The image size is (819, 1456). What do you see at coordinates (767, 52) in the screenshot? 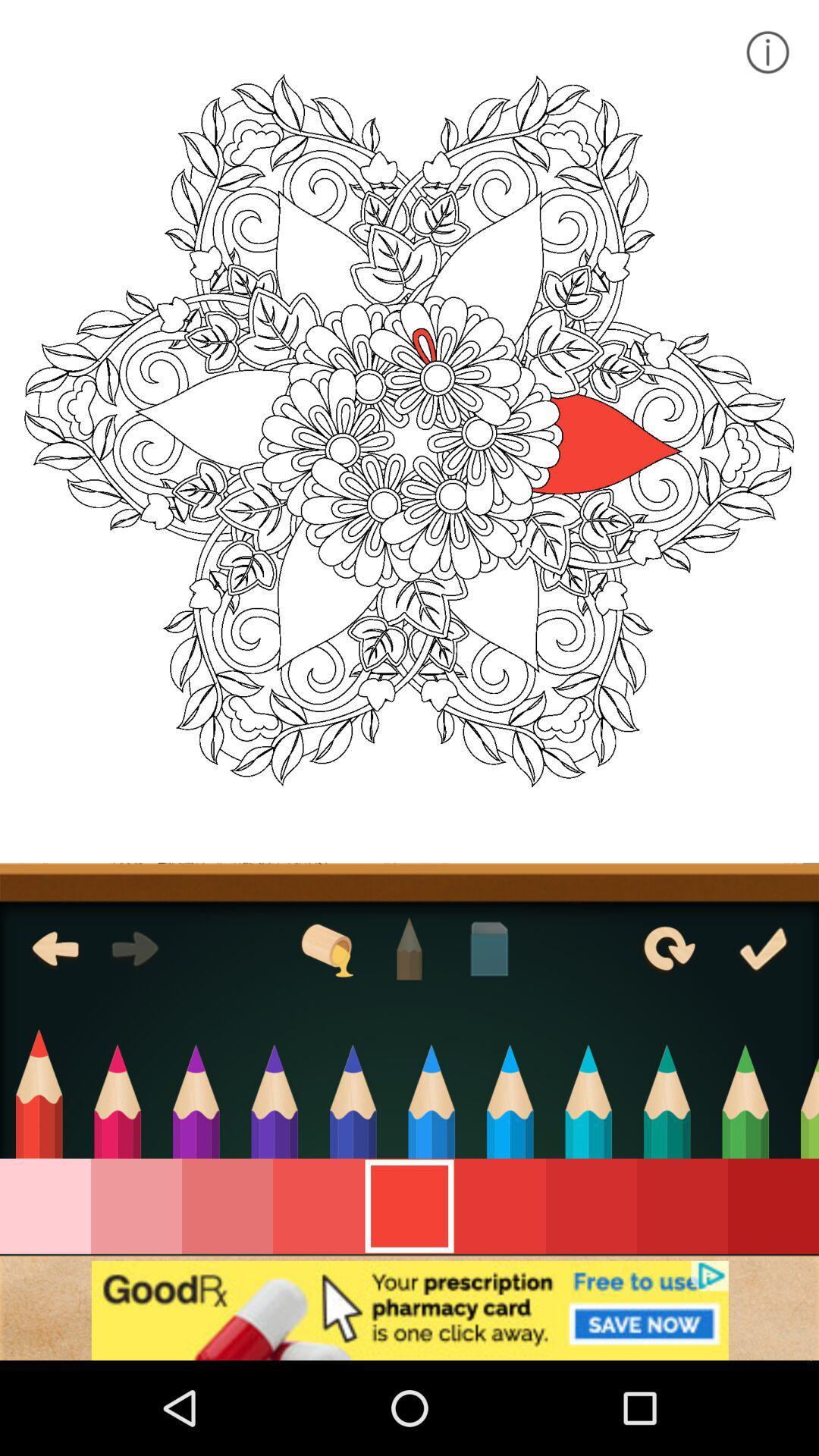
I see `the info icon` at bounding box center [767, 52].